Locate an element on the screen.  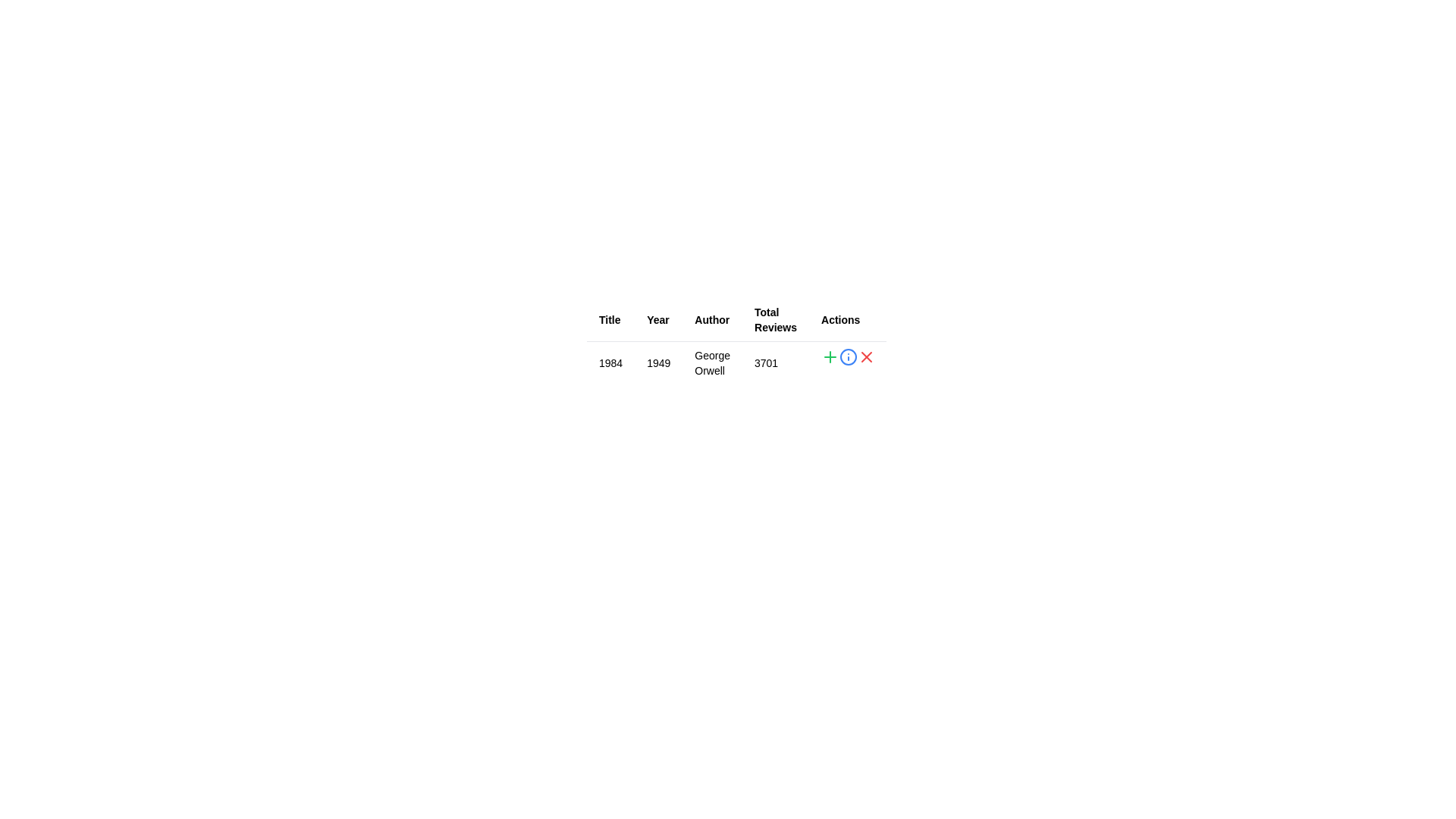
the delete button located at the far-right of the action icons row, following the 'Info' icon, to enable keyboard interaction is located at coordinates (866, 356).